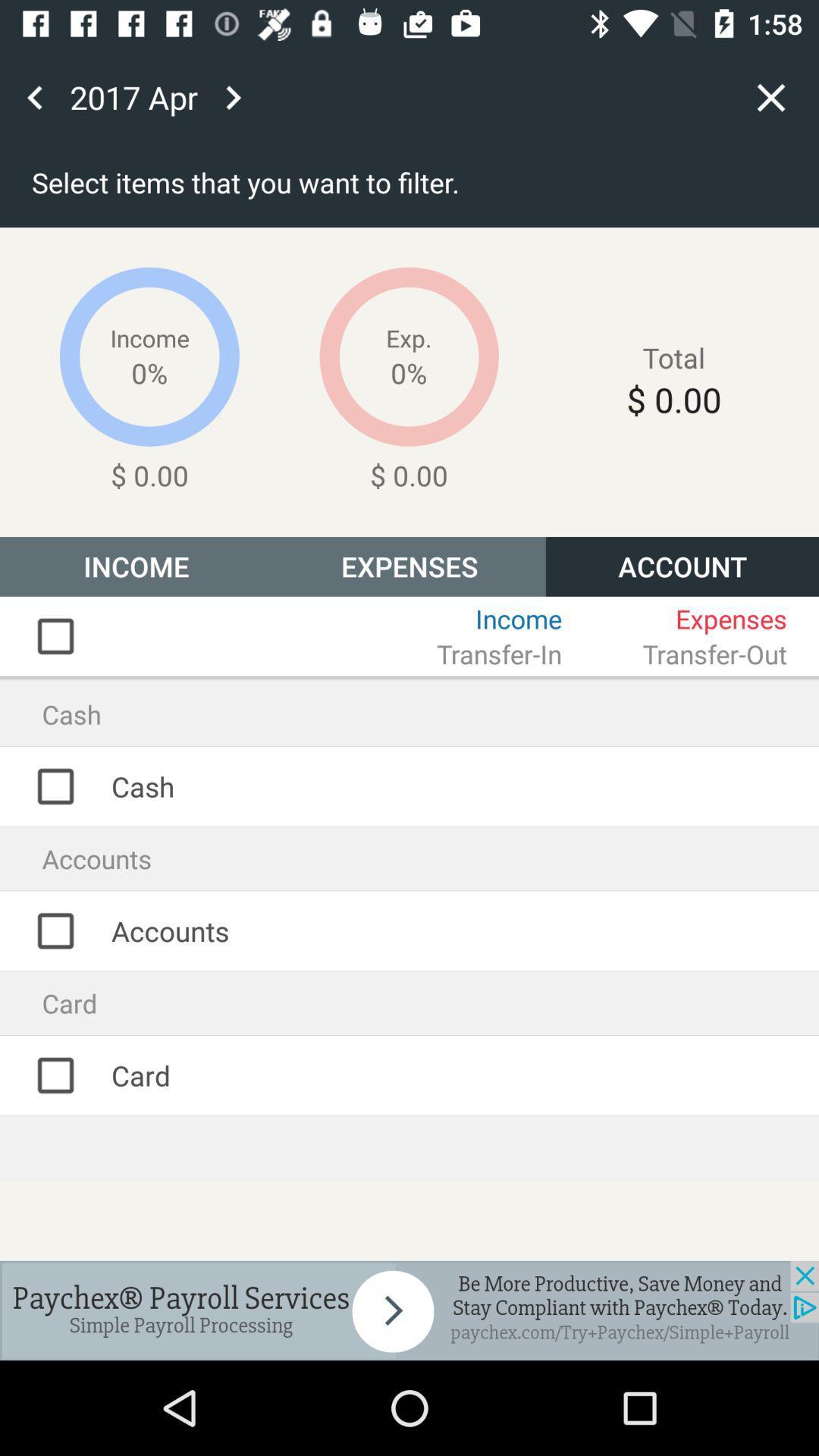 The image size is (819, 1456). What do you see at coordinates (34, 96) in the screenshot?
I see `the arrow_backward icon` at bounding box center [34, 96].